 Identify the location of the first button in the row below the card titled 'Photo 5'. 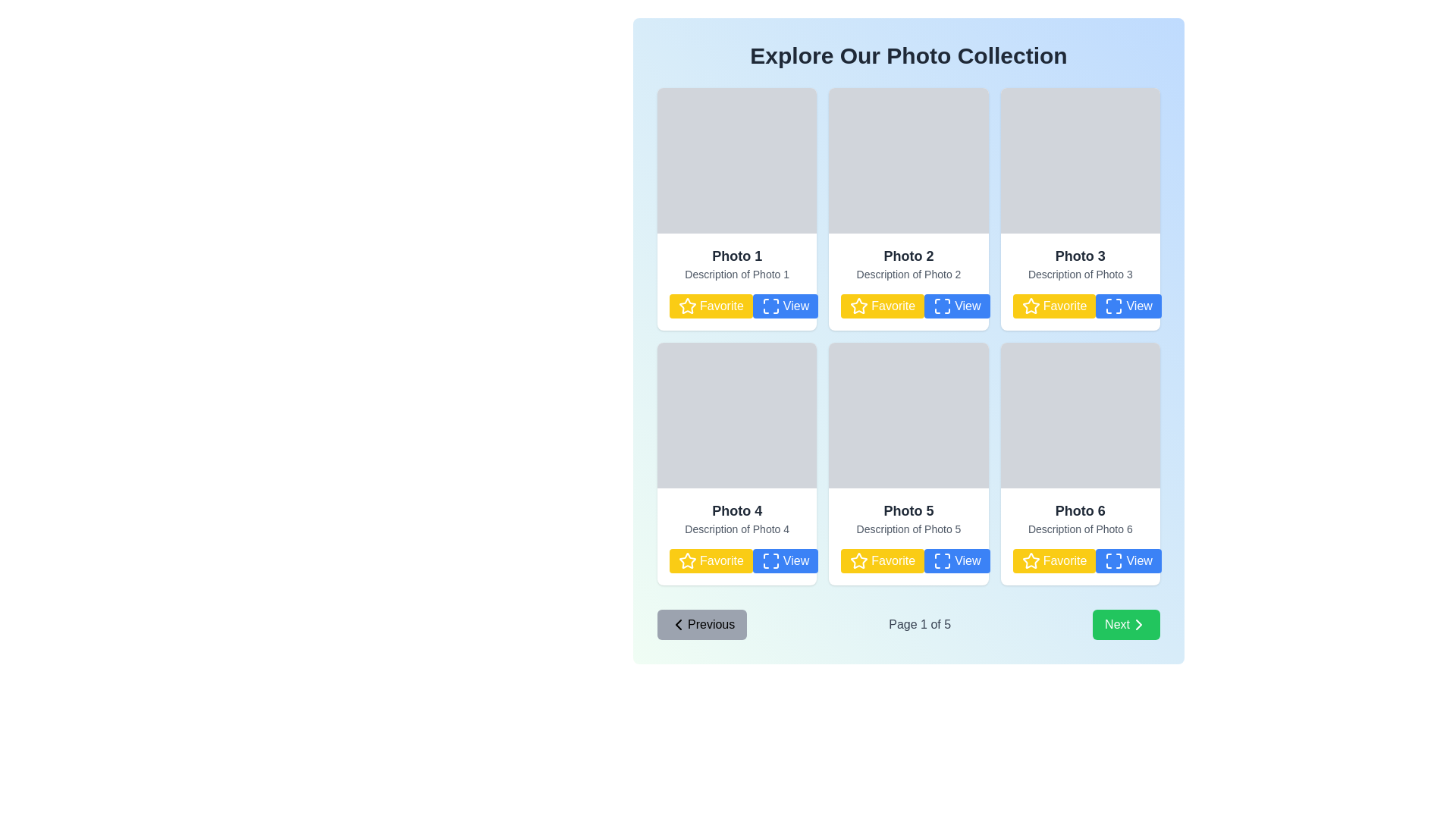
(883, 561).